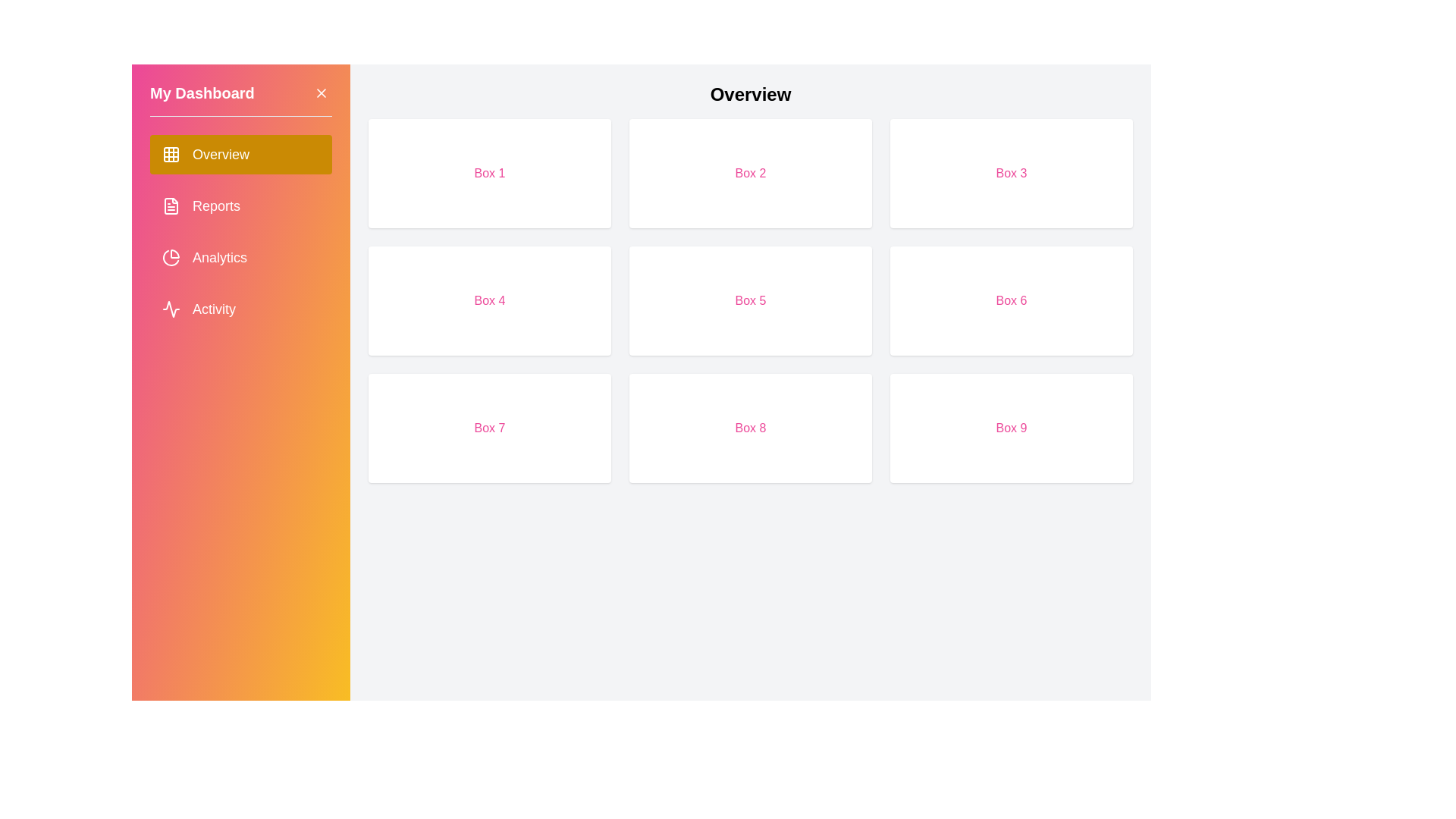 This screenshot has width=1456, height=819. Describe the element at coordinates (240, 256) in the screenshot. I see `the sidebar option corresponding to Analytics to navigate to that section` at that location.